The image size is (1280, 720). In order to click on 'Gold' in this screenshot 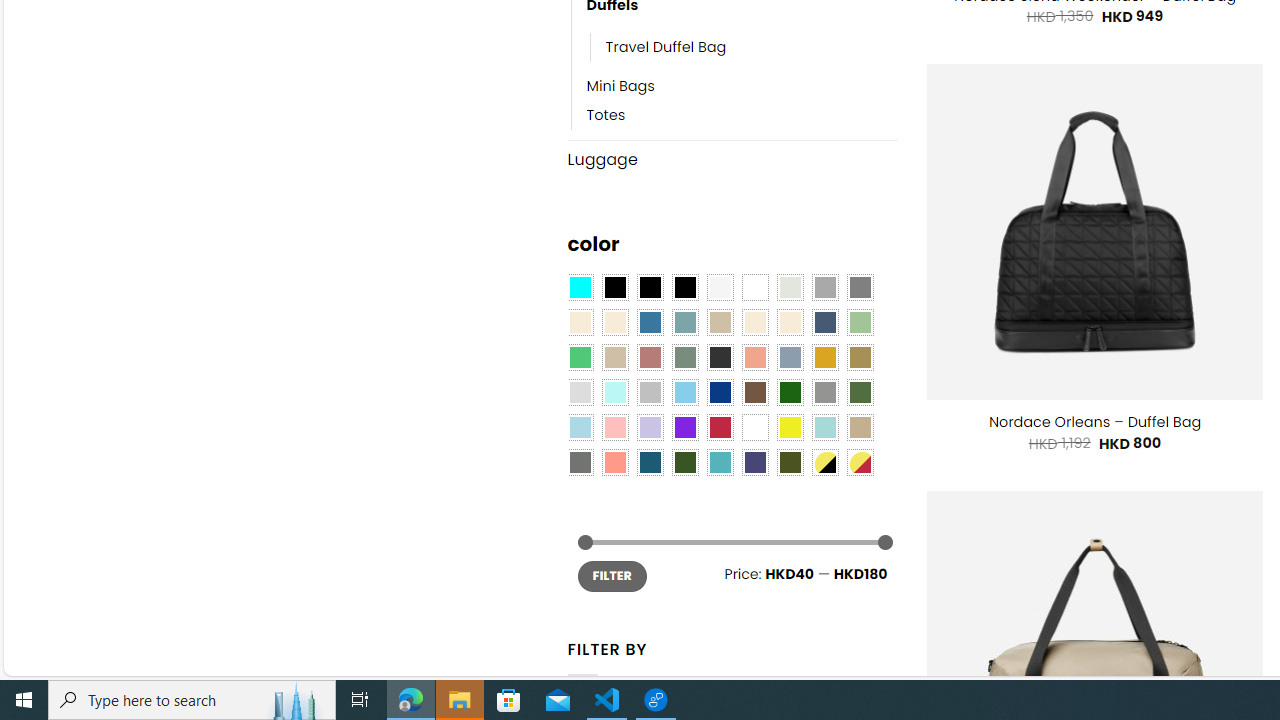, I will do `click(824, 356)`.